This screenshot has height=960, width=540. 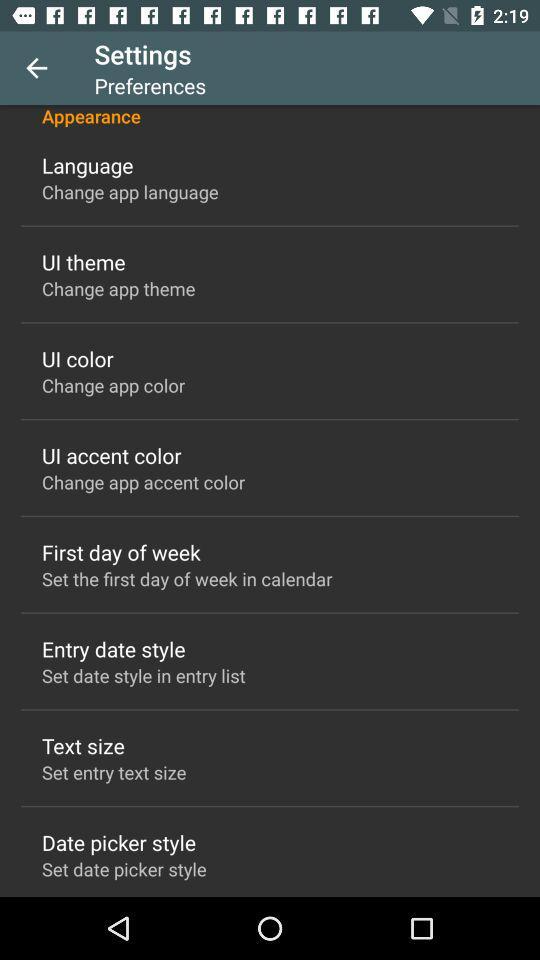 What do you see at coordinates (36, 68) in the screenshot?
I see `the app to the left of settings` at bounding box center [36, 68].